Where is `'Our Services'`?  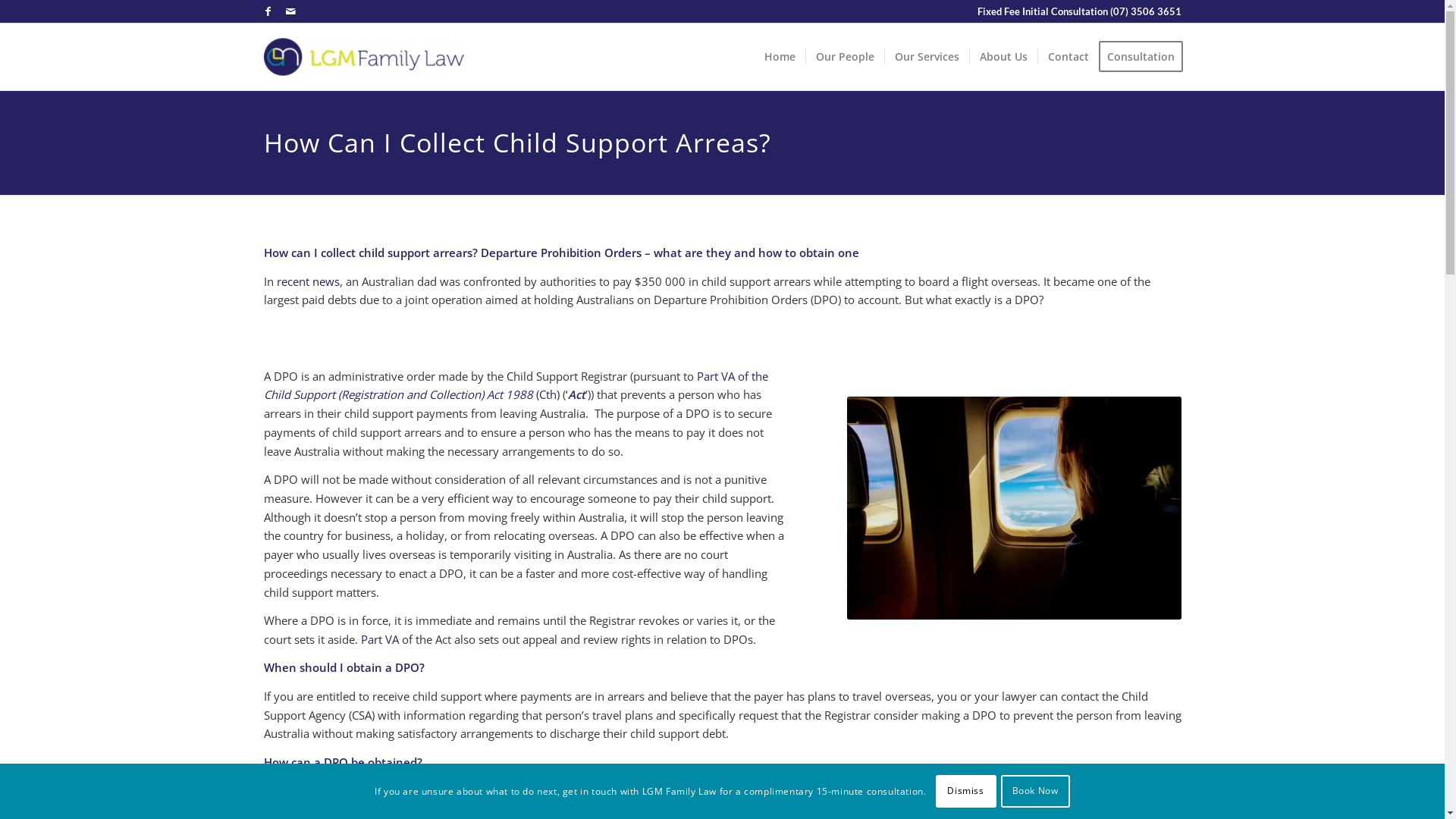
'Our Services' is located at coordinates (926, 55).